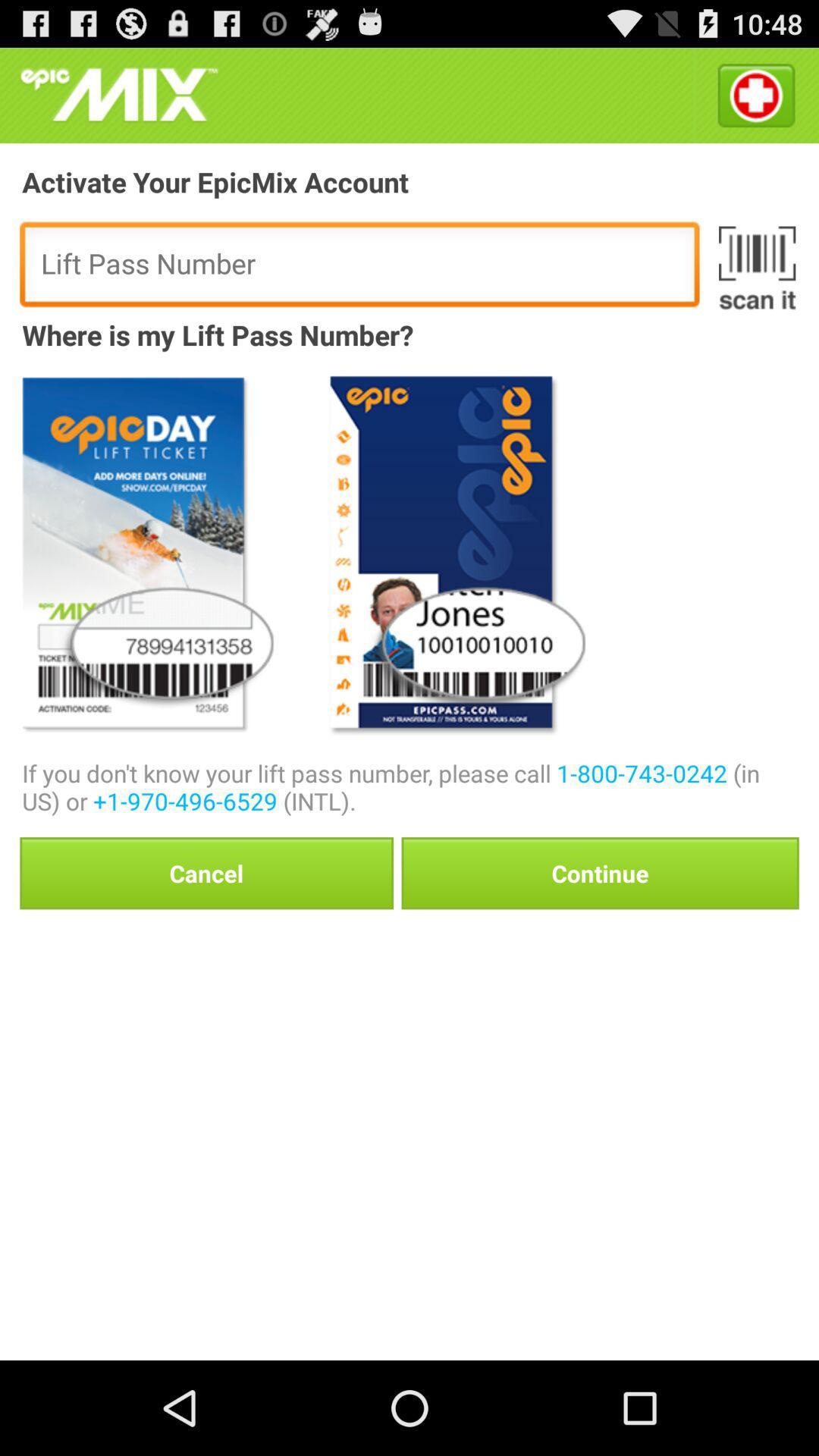 The height and width of the screenshot is (1456, 819). What do you see at coordinates (206, 873) in the screenshot?
I see `button to the left of continue` at bounding box center [206, 873].